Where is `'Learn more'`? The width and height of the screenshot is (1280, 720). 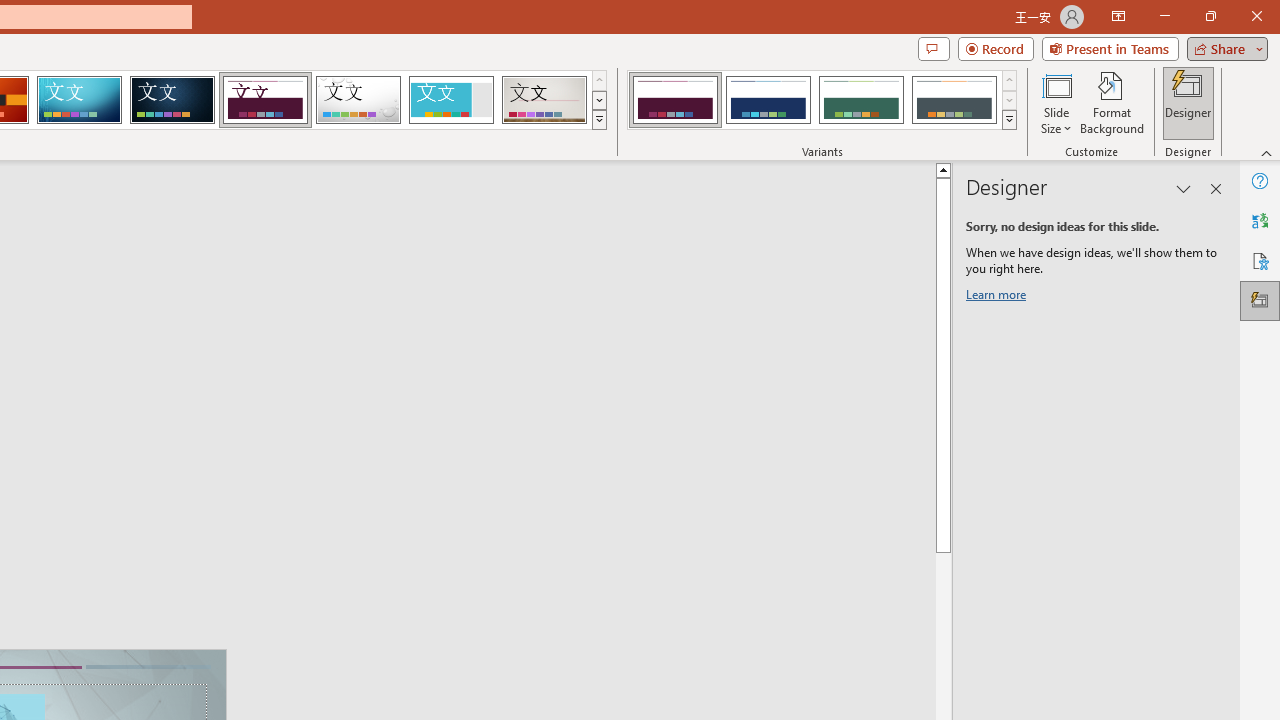 'Learn more' is located at coordinates (999, 298).